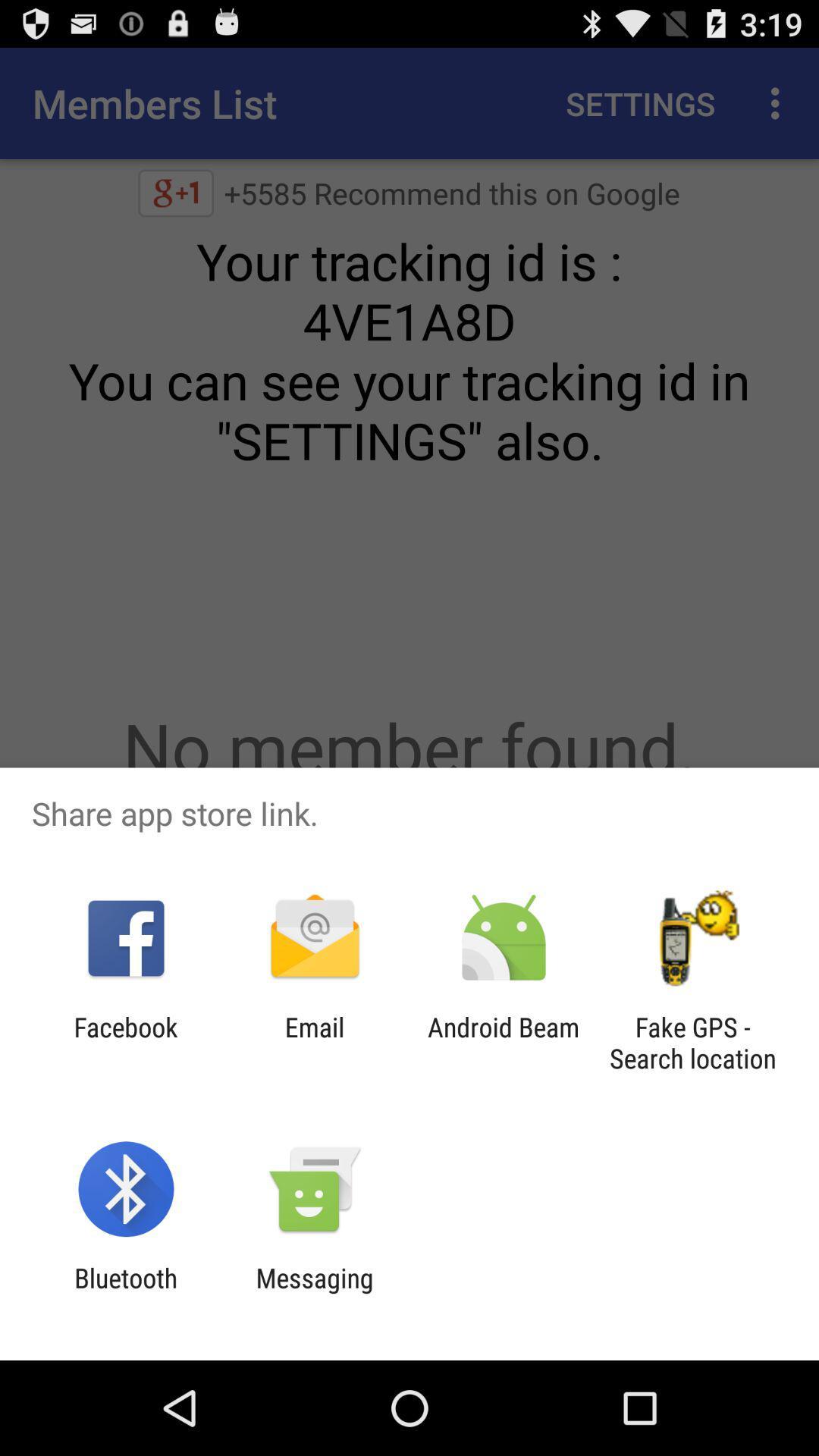 The height and width of the screenshot is (1456, 819). What do you see at coordinates (314, 1293) in the screenshot?
I see `the messaging` at bounding box center [314, 1293].